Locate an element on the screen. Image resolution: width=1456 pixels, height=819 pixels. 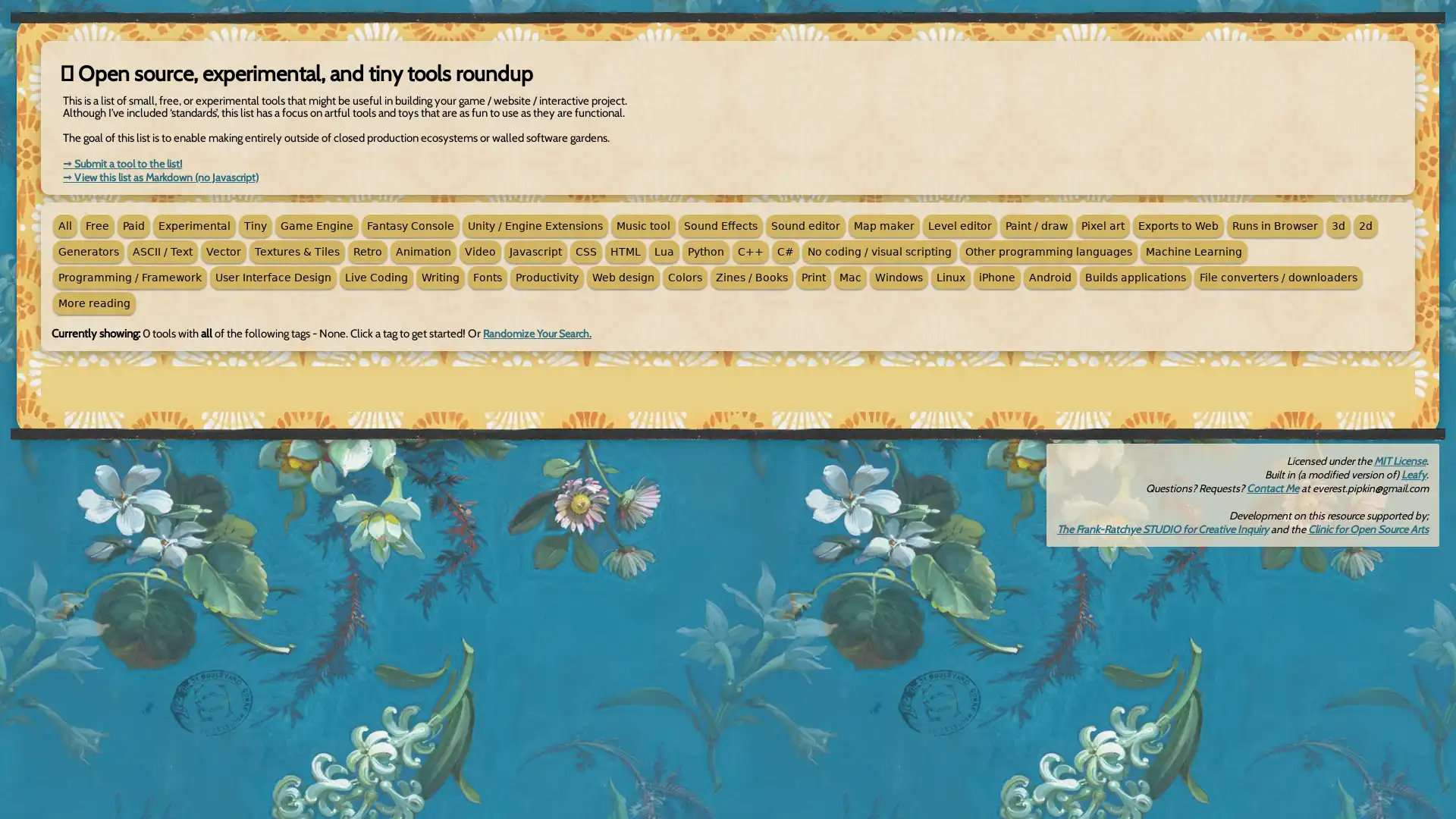
Paint / draw is located at coordinates (1036, 225).